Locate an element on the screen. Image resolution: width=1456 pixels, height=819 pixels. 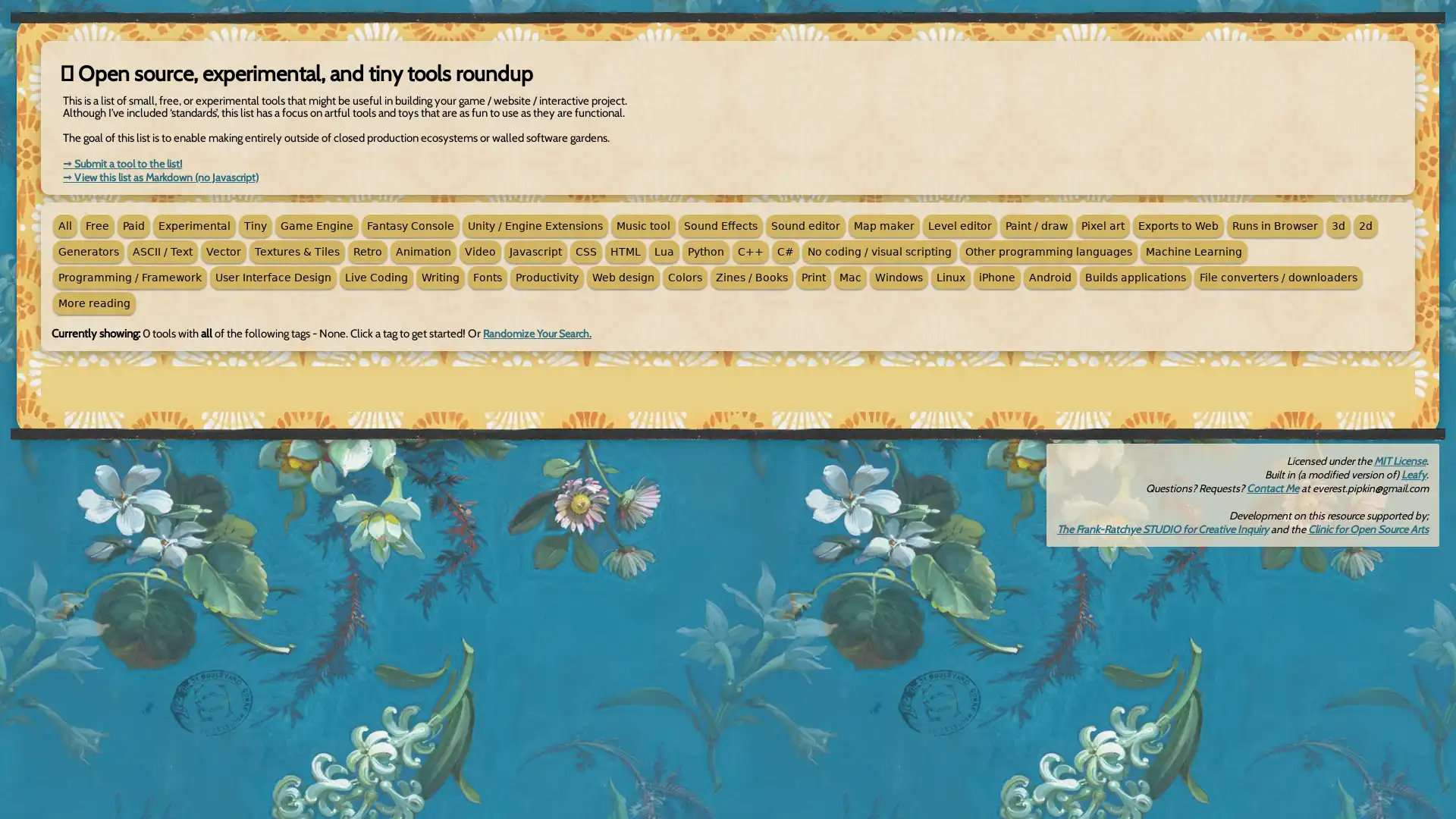
Paint / draw is located at coordinates (1036, 225).